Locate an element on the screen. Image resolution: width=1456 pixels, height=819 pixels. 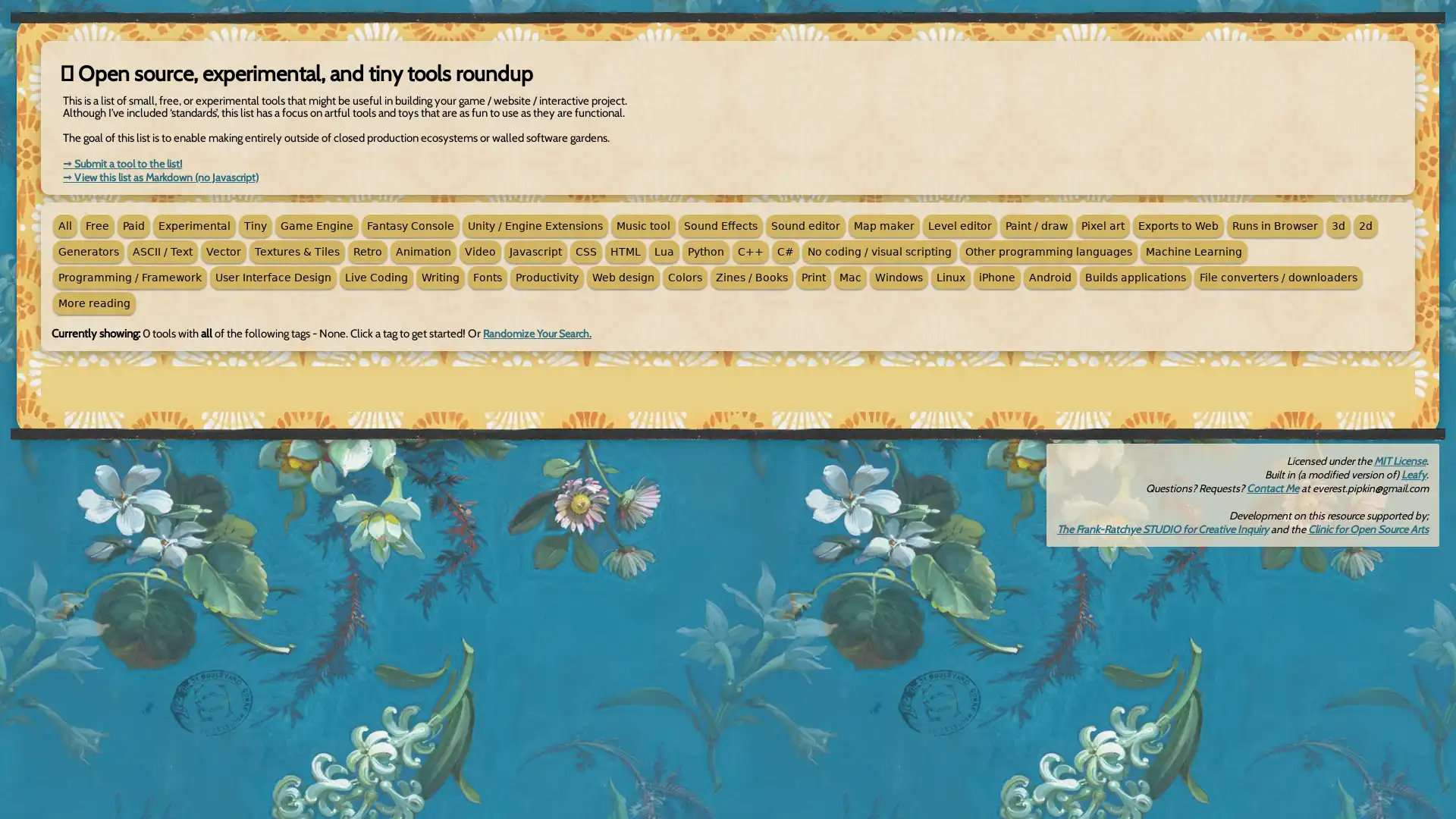
Paint / draw is located at coordinates (1036, 225).